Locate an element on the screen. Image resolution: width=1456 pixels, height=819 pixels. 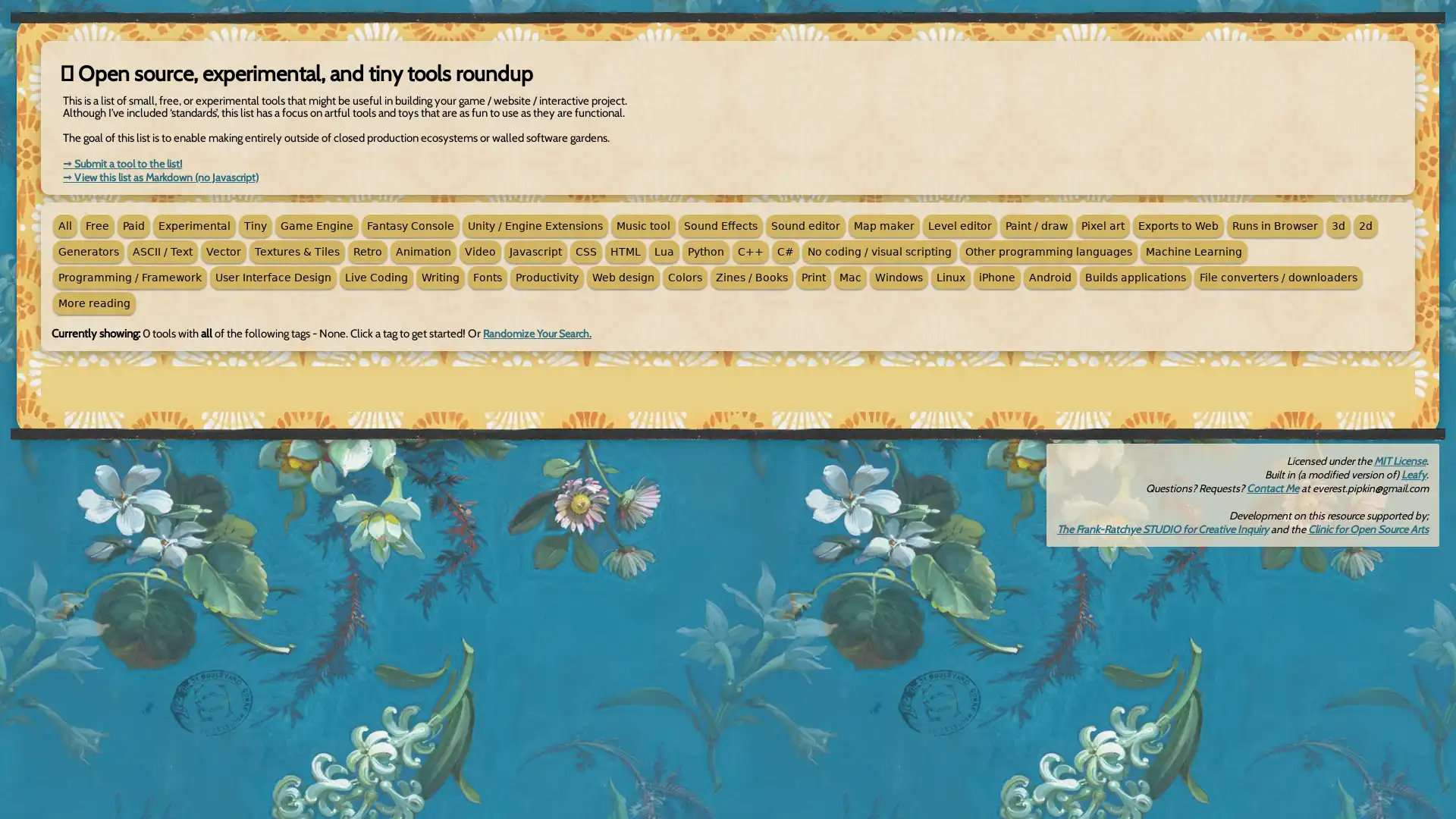
Paint / draw is located at coordinates (1036, 225).